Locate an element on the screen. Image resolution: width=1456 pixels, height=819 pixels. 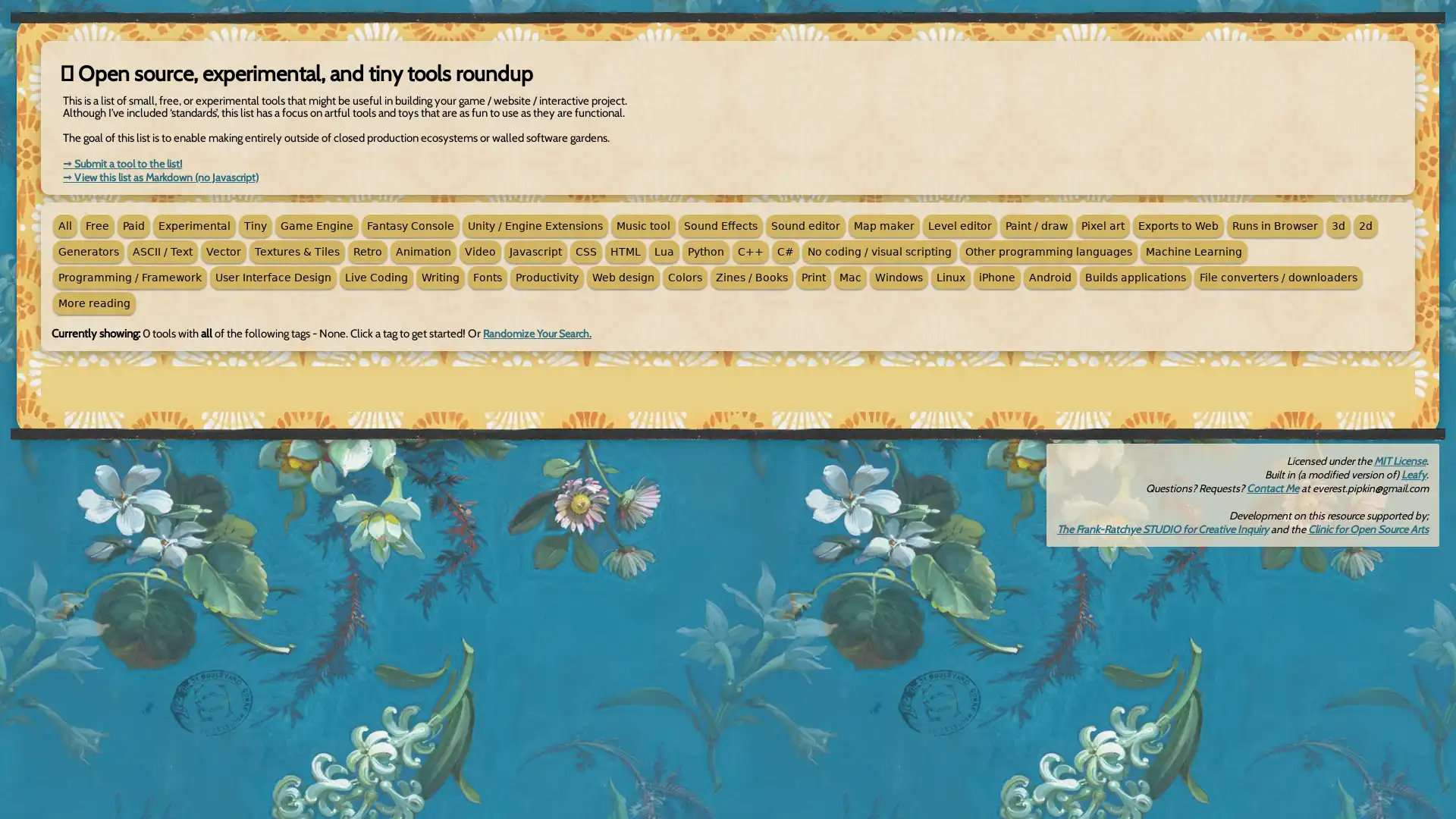
Paint / draw is located at coordinates (1036, 225).